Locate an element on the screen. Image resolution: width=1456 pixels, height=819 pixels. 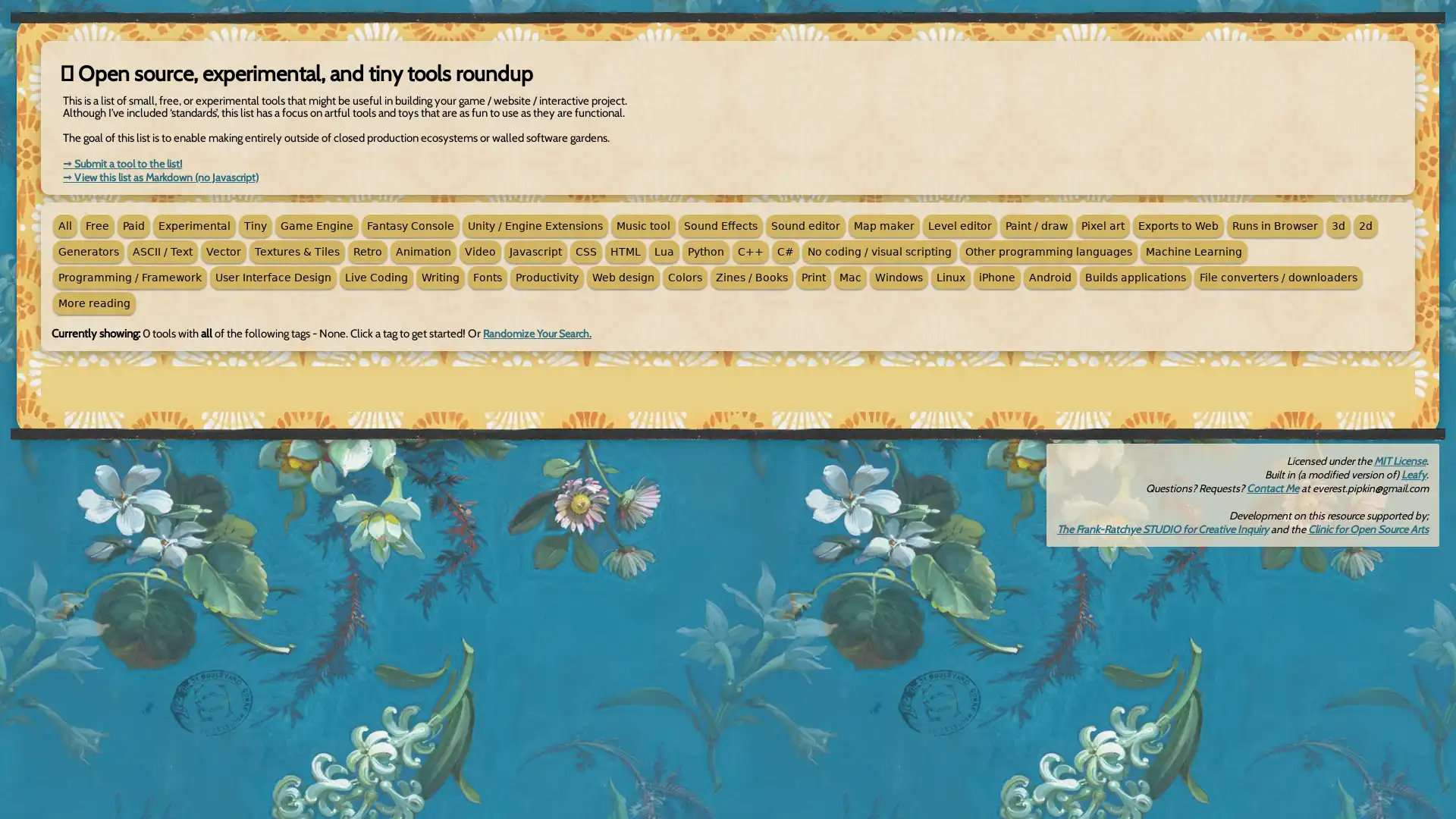
Paint / draw is located at coordinates (1036, 225).